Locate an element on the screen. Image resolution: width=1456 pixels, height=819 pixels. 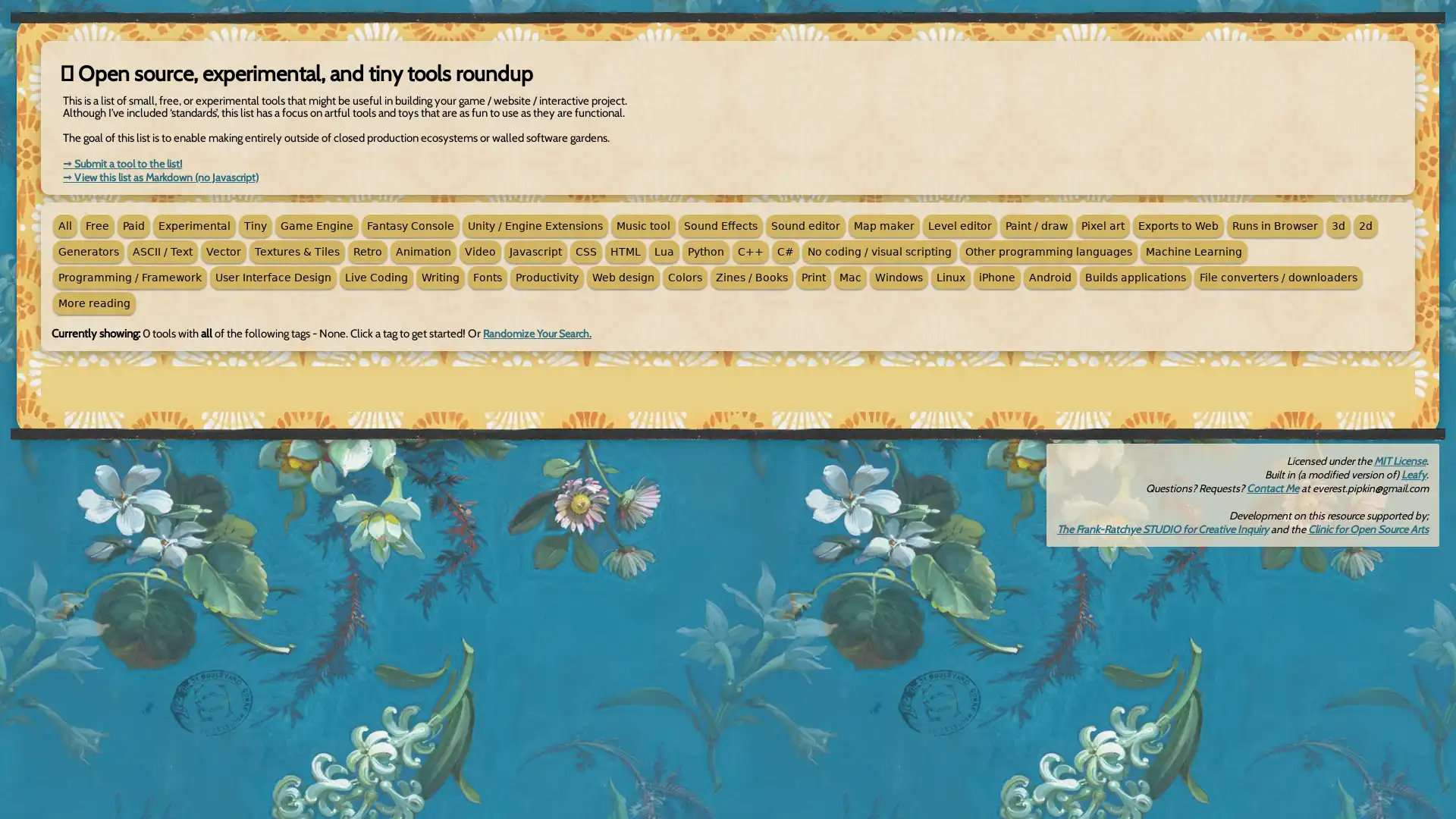
Paint / draw is located at coordinates (1036, 225).